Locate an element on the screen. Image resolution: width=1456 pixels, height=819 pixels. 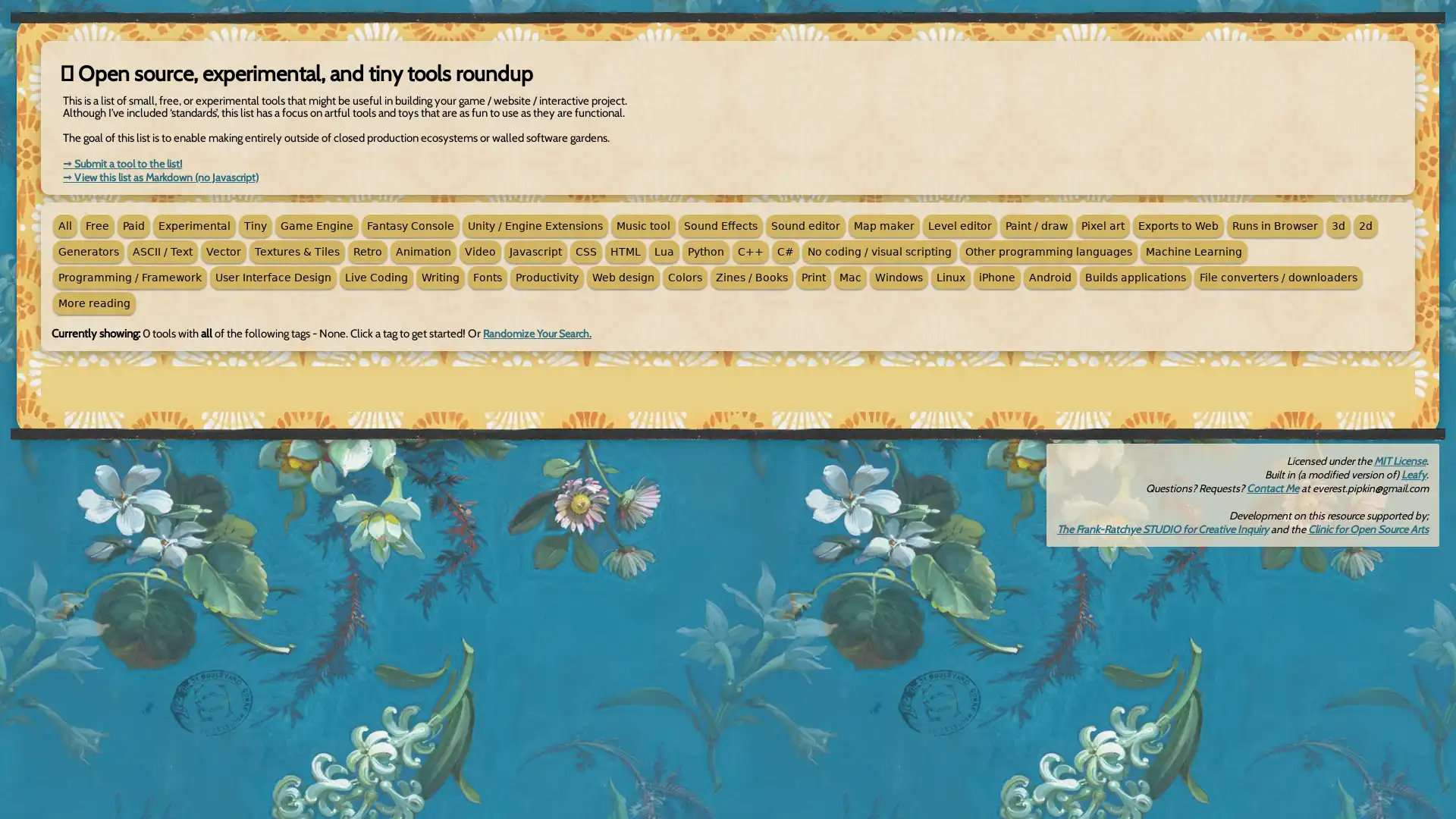
Paint / draw is located at coordinates (1036, 225).